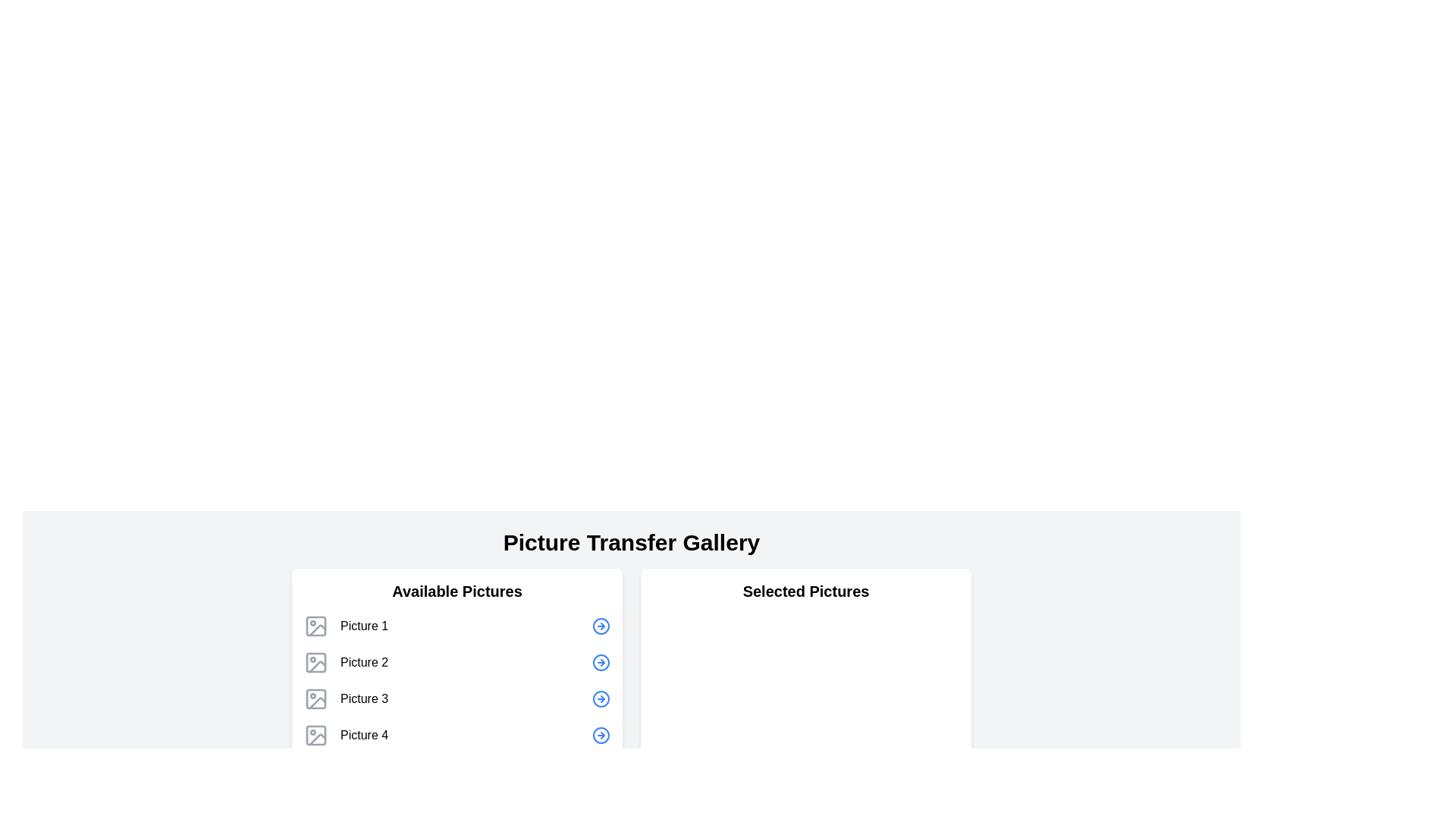  What do you see at coordinates (364, 662) in the screenshot?
I see `the static label denoting the name of the second picture in the list of available pictures in the left panel of the 'Picture Transfer Gallery' interface` at bounding box center [364, 662].